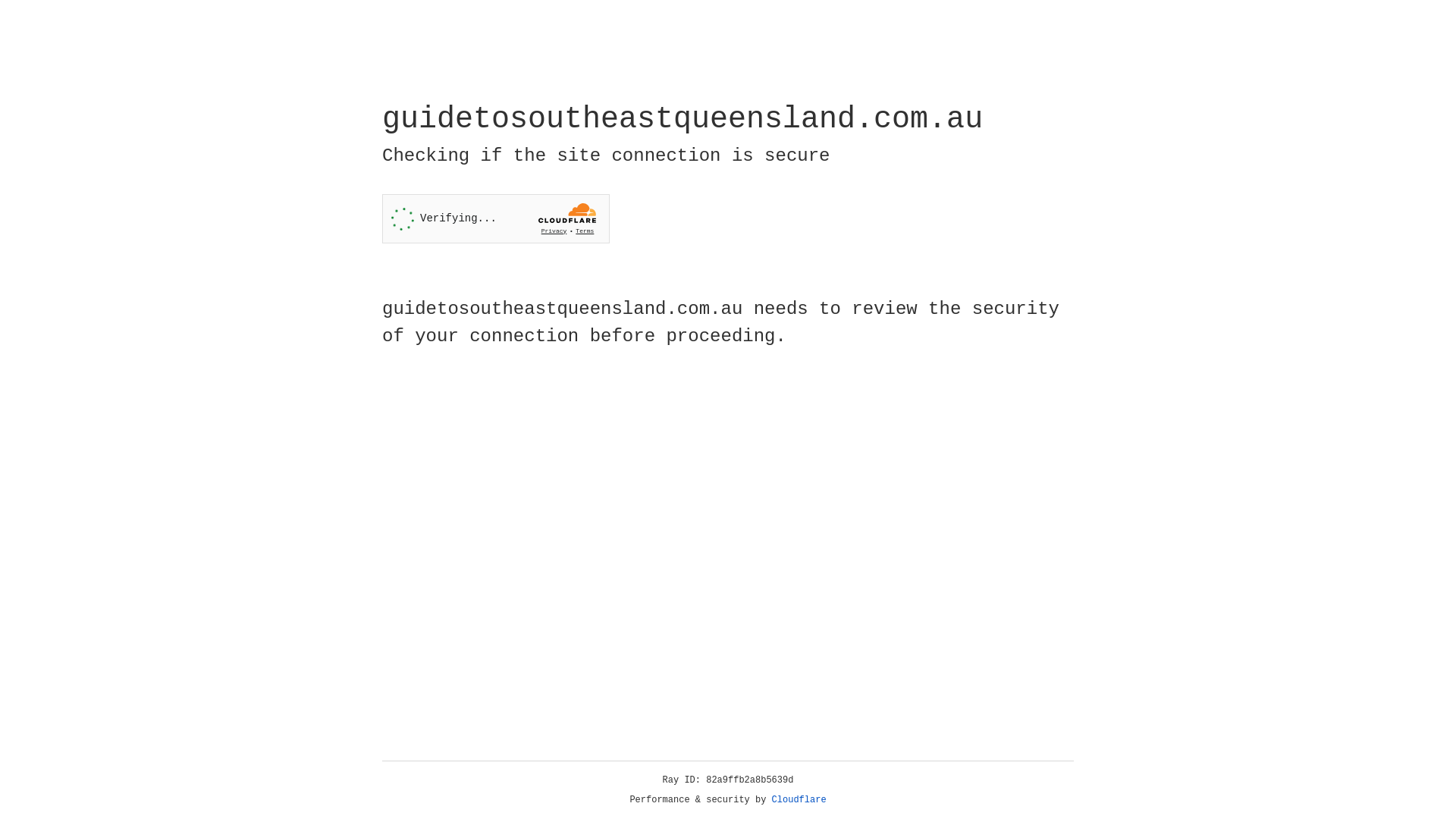 The width and height of the screenshot is (1456, 819). Describe the element at coordinates (495, 218) in the screenshot. I see `'Widget containing a Cloudflare security challenge'` at that location.